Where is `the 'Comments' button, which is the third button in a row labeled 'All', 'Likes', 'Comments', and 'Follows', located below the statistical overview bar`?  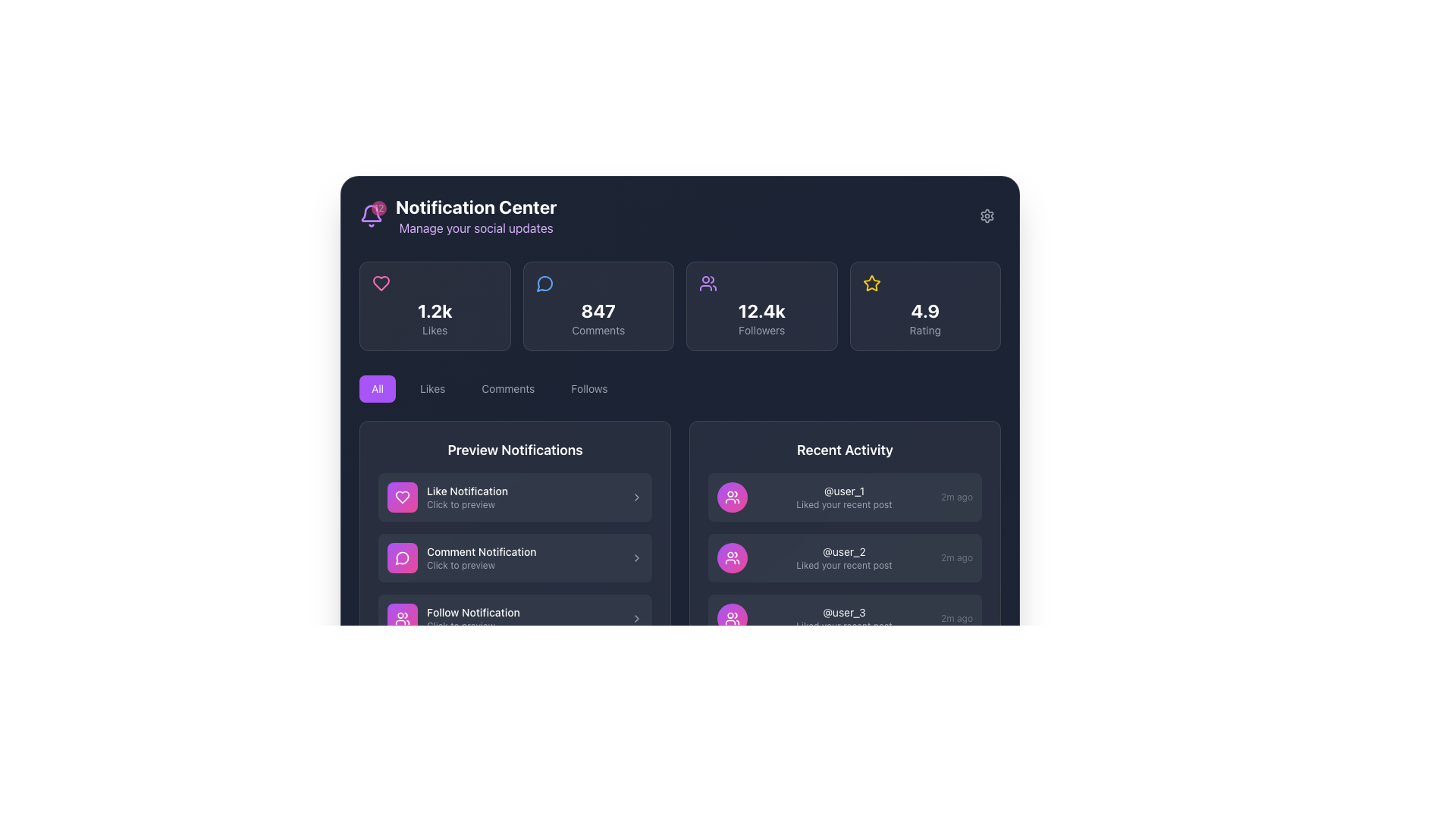
the 'Comments' button, which is the third button in a row labeled 'All', 'Likes', 'Comments', and 'Follows', located below the statistical overview bar is located at coordinates (508, 388).